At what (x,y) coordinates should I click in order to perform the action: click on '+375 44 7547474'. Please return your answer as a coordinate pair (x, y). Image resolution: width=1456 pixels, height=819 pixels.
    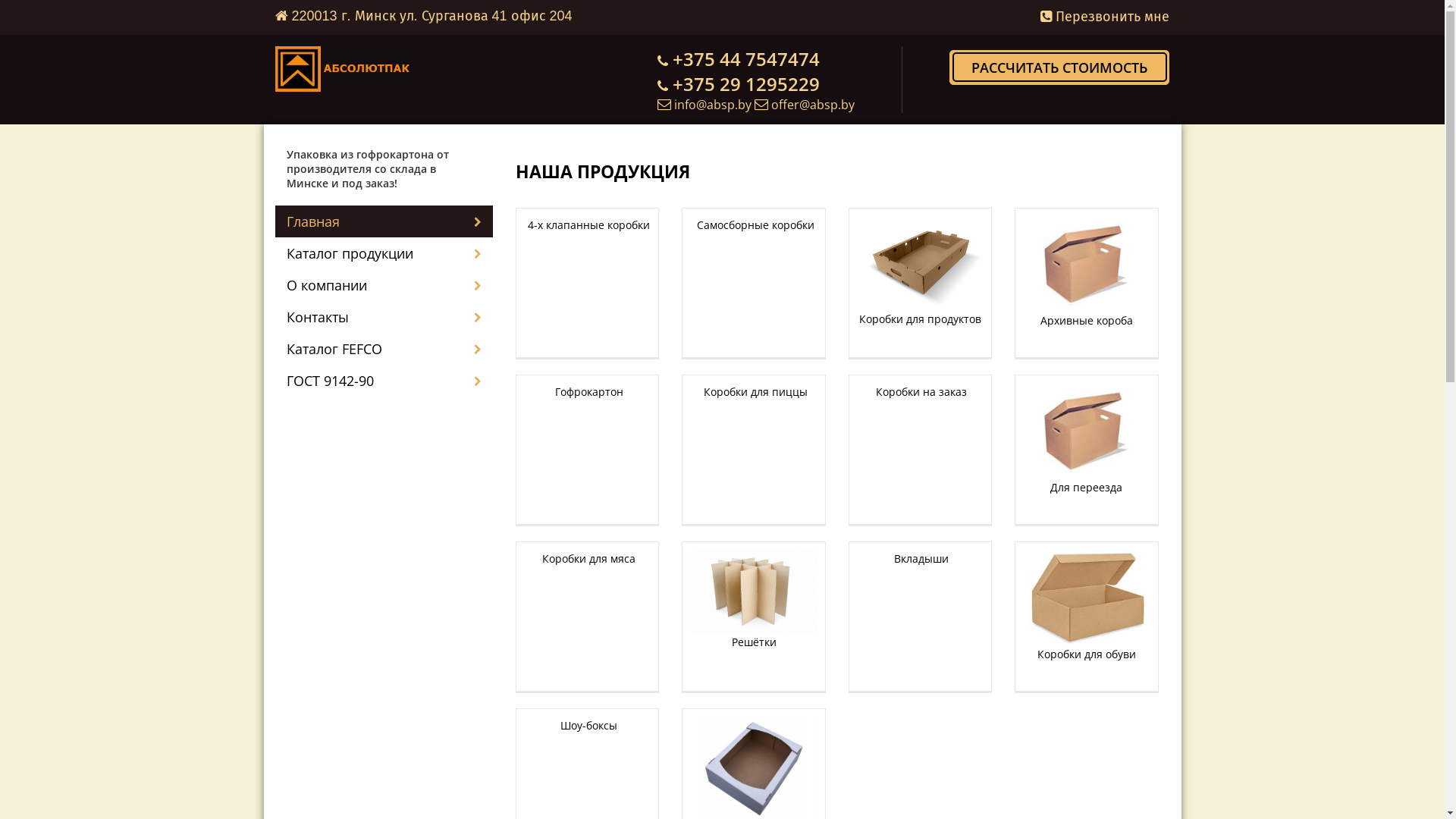
    Looking at the image, I should click on (672, 58).